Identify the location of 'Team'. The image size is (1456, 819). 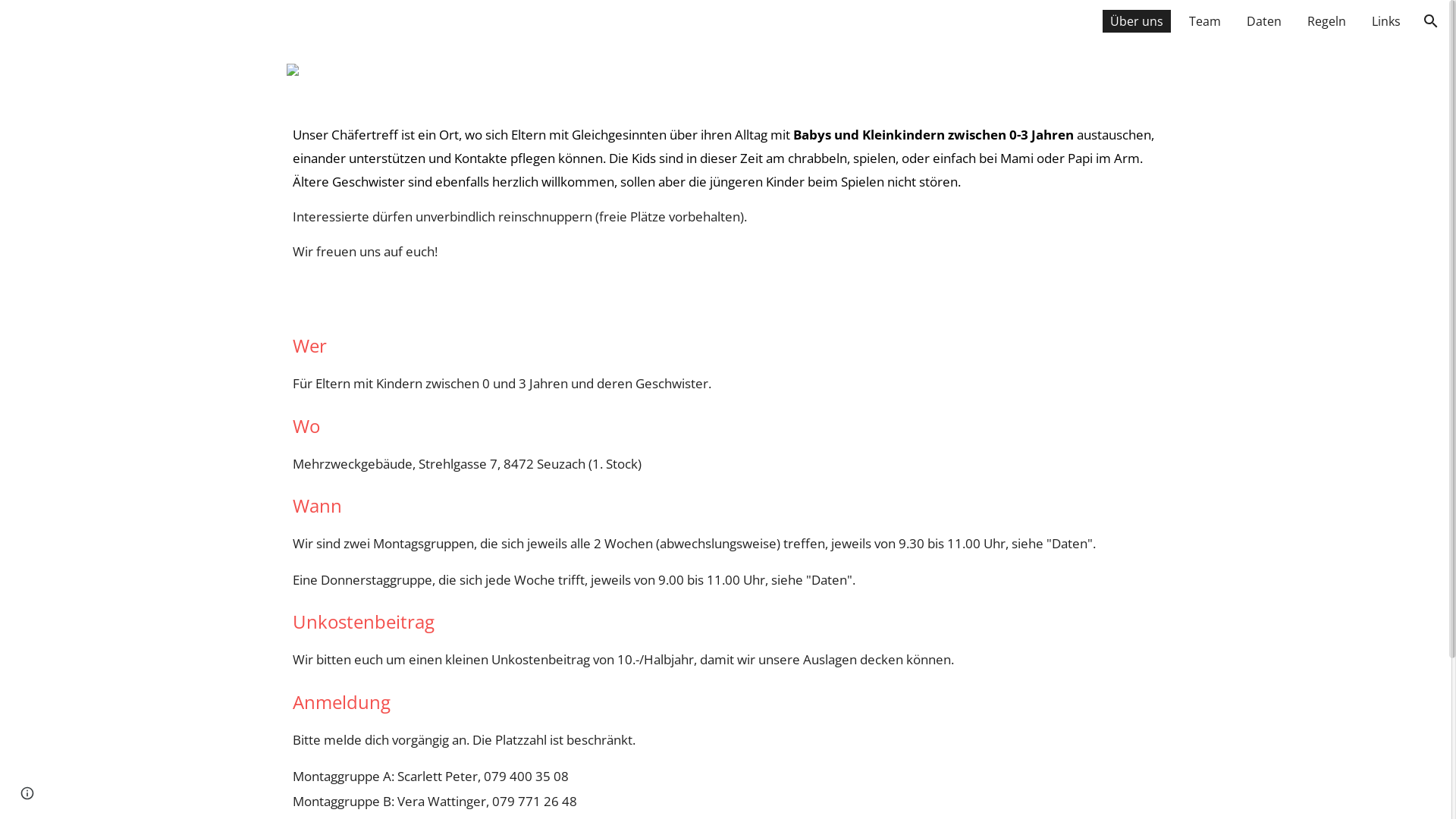
(1203, 20).